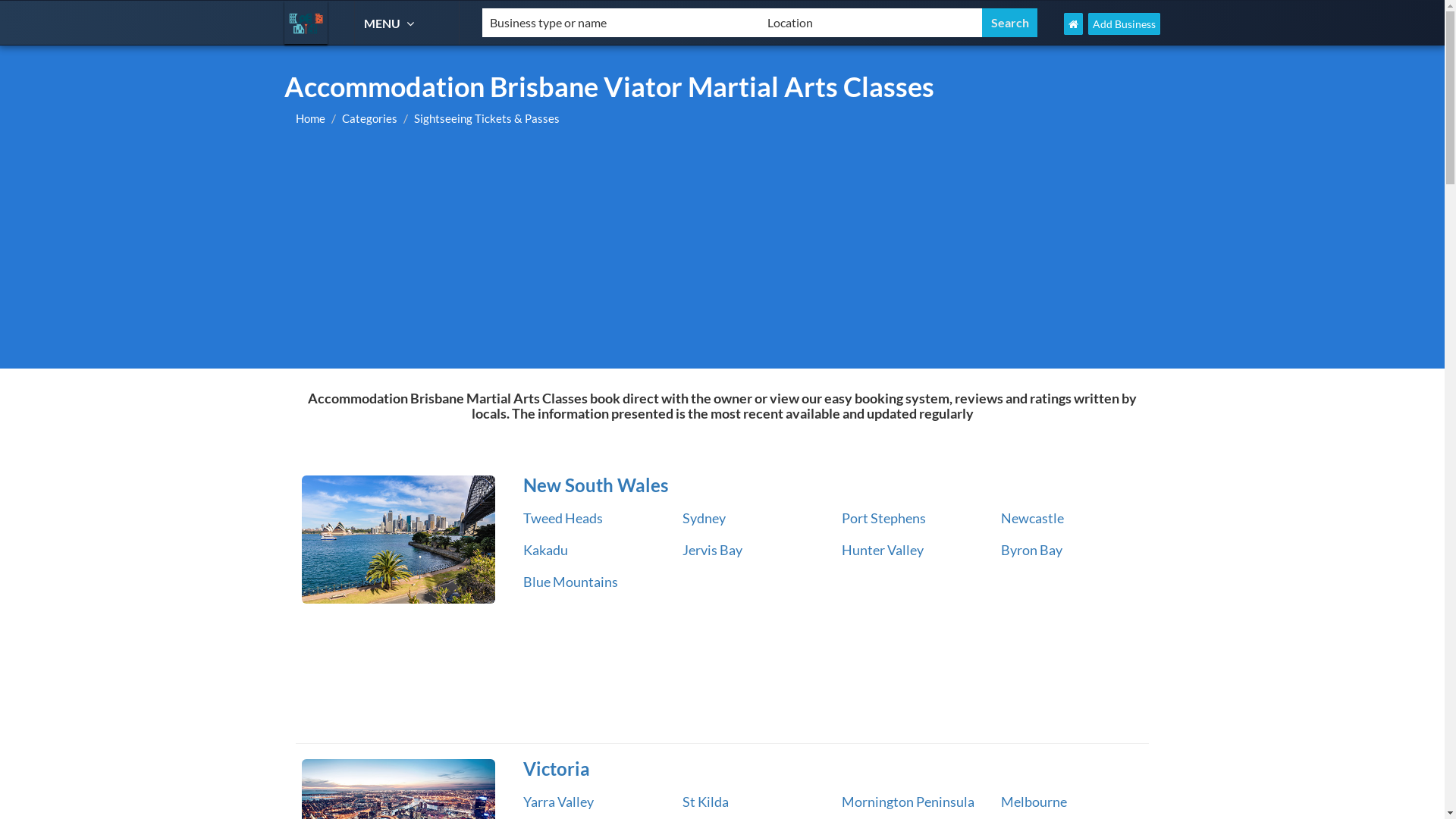 The image size is (1456, 819). What do you see at coordinates (908, 800) in the screenshot?
I see `'Mornington Peninsula'` at bounding box center [908, 800].